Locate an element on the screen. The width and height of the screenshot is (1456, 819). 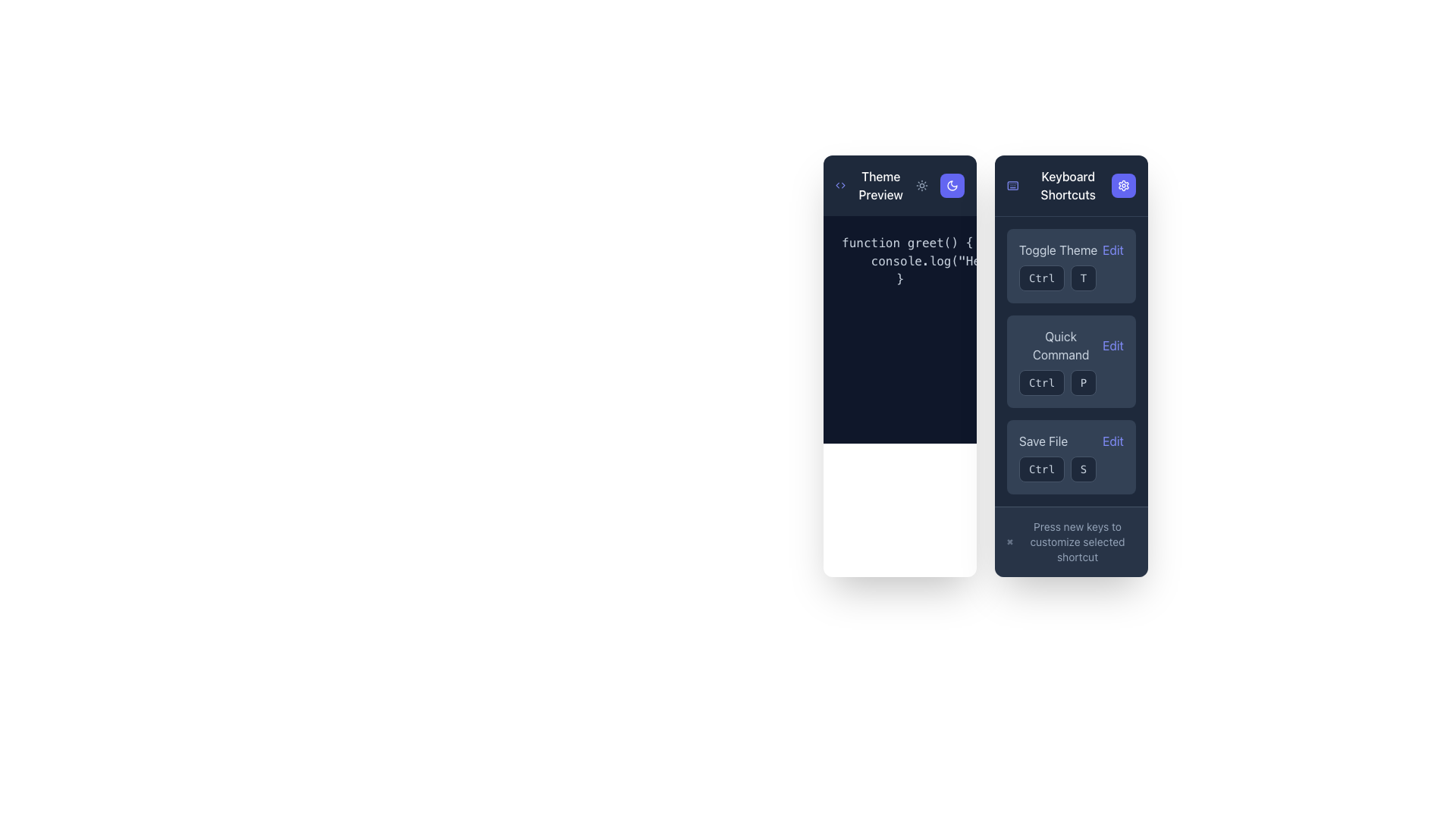
the 'Theme Preview' header bar located at the top of the dark-themed interface, which includes a '<>' symbol and a crescent moon icon is located at coordinates (899, 185).